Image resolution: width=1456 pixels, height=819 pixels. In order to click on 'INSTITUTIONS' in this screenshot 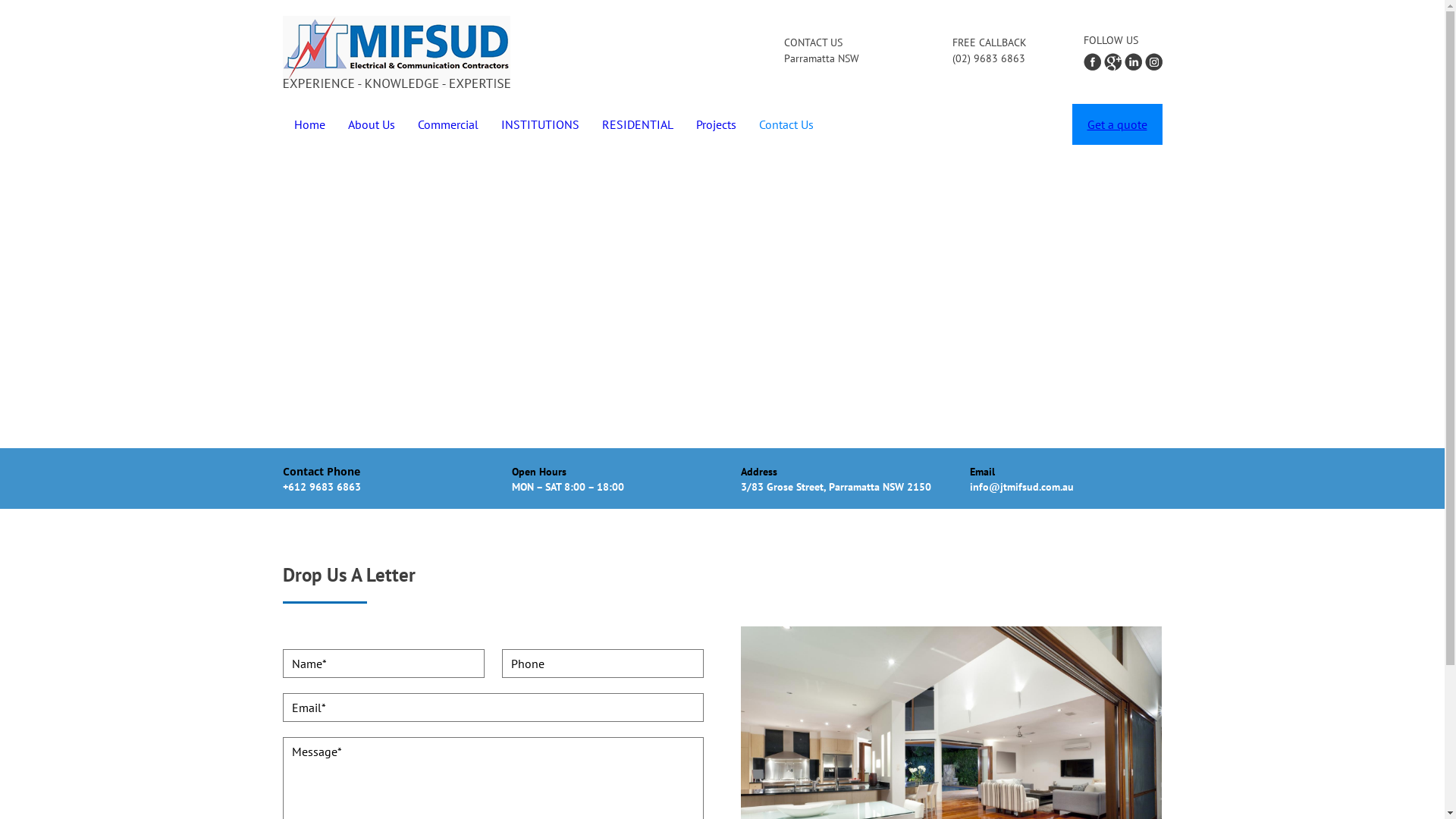, I will do `click(539, 124)`.